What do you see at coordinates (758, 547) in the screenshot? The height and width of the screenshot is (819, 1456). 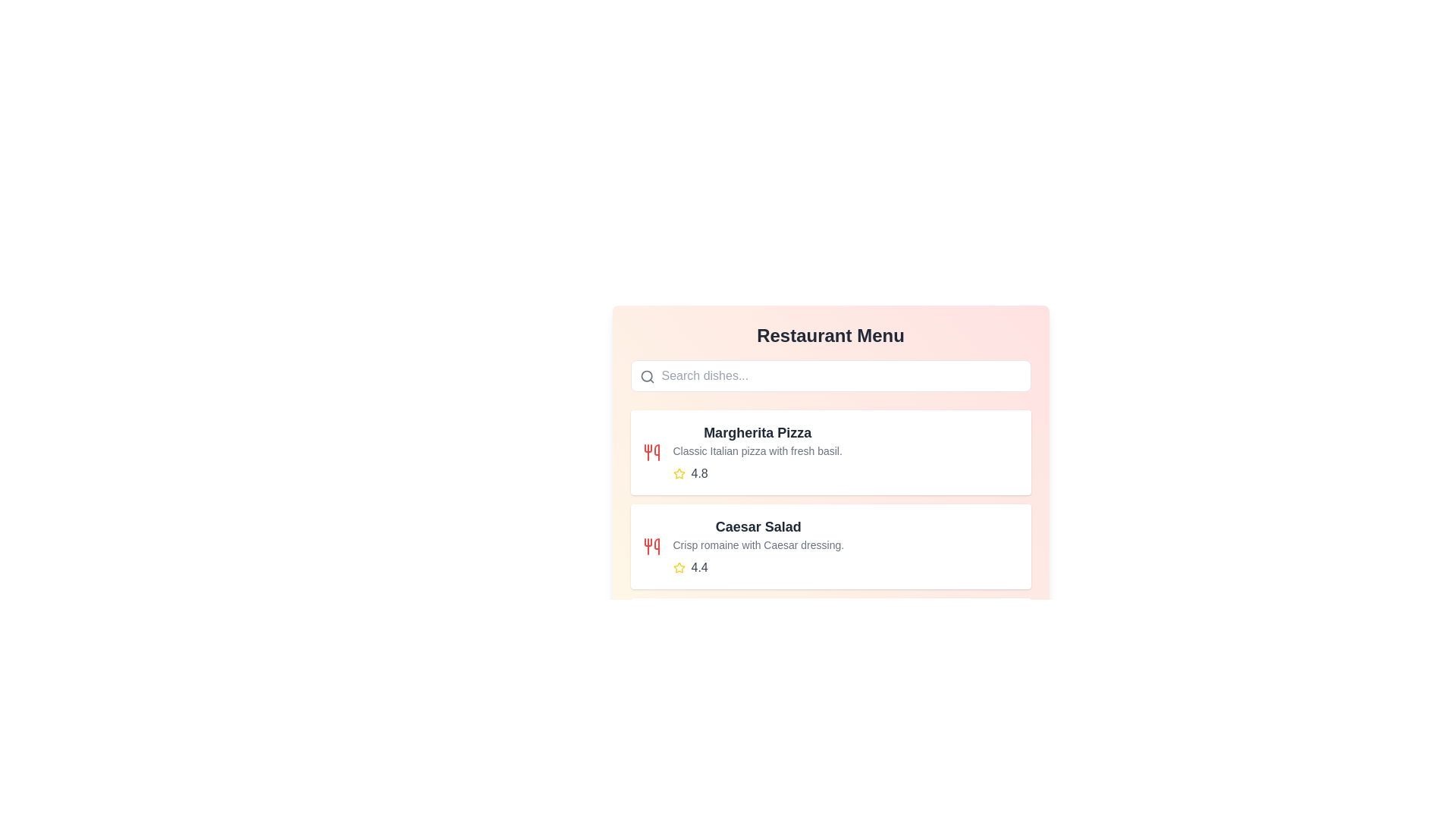 I see `the rating star of the second menu item in the vertical list located beneath 'Margherita Pizza'` at bounding box center [758, 547].